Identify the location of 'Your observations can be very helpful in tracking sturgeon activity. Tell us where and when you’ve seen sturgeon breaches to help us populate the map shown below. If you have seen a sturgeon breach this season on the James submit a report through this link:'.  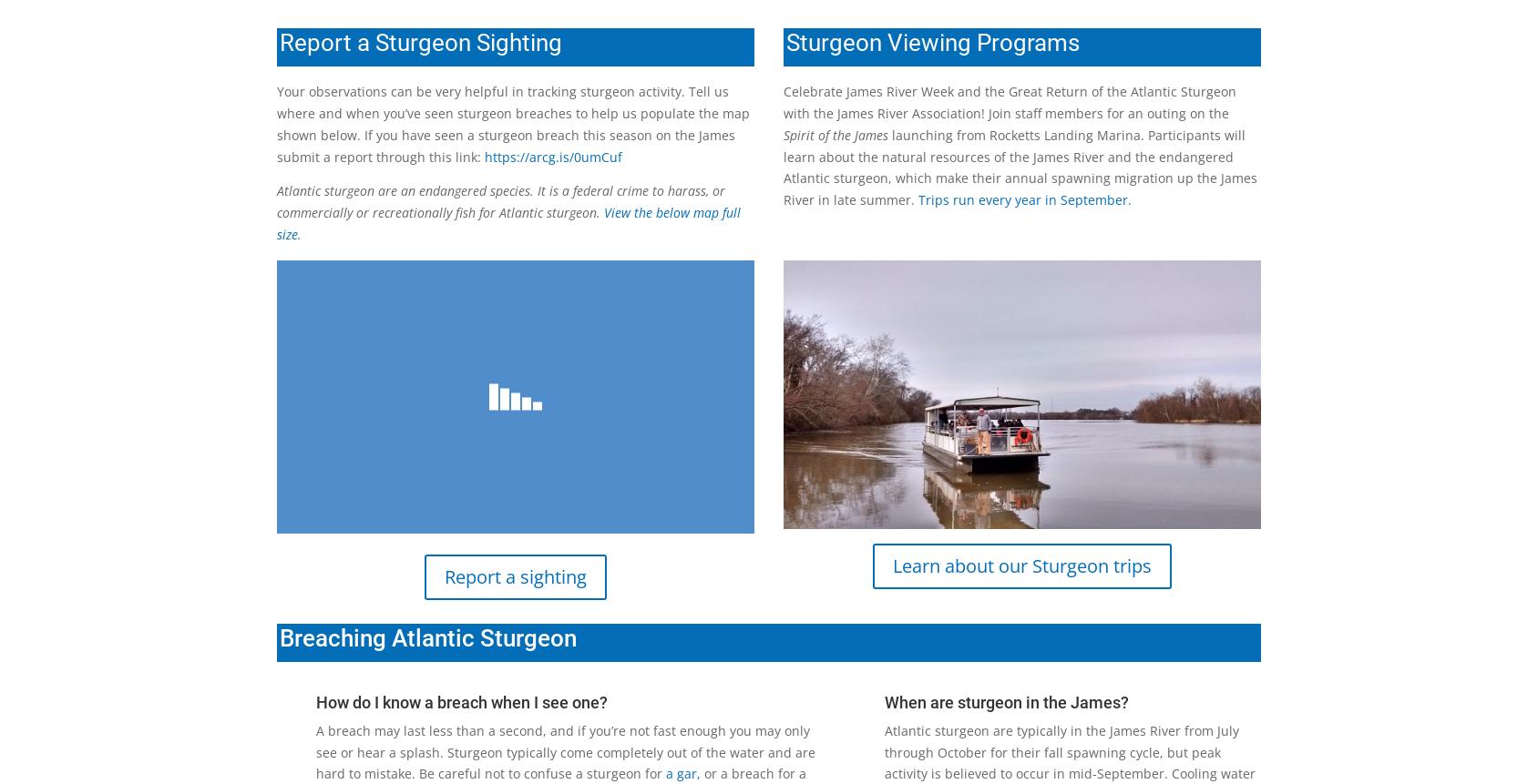
(513, 124).